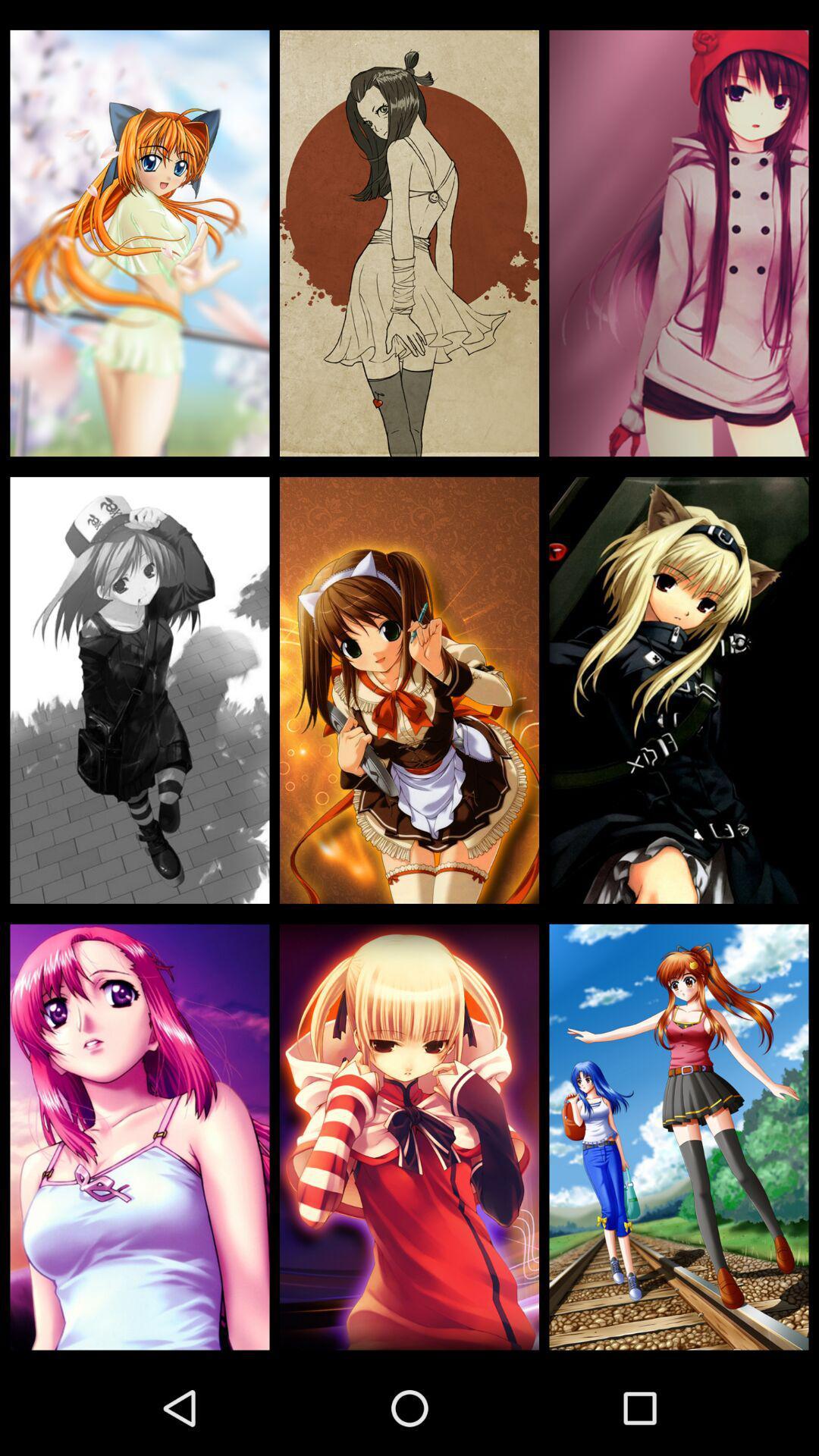 This screenshot has width=819, height=1456. Describe the element at coordinates (409, 1137) in the screenshot. I see `item at the bottom` at that location.